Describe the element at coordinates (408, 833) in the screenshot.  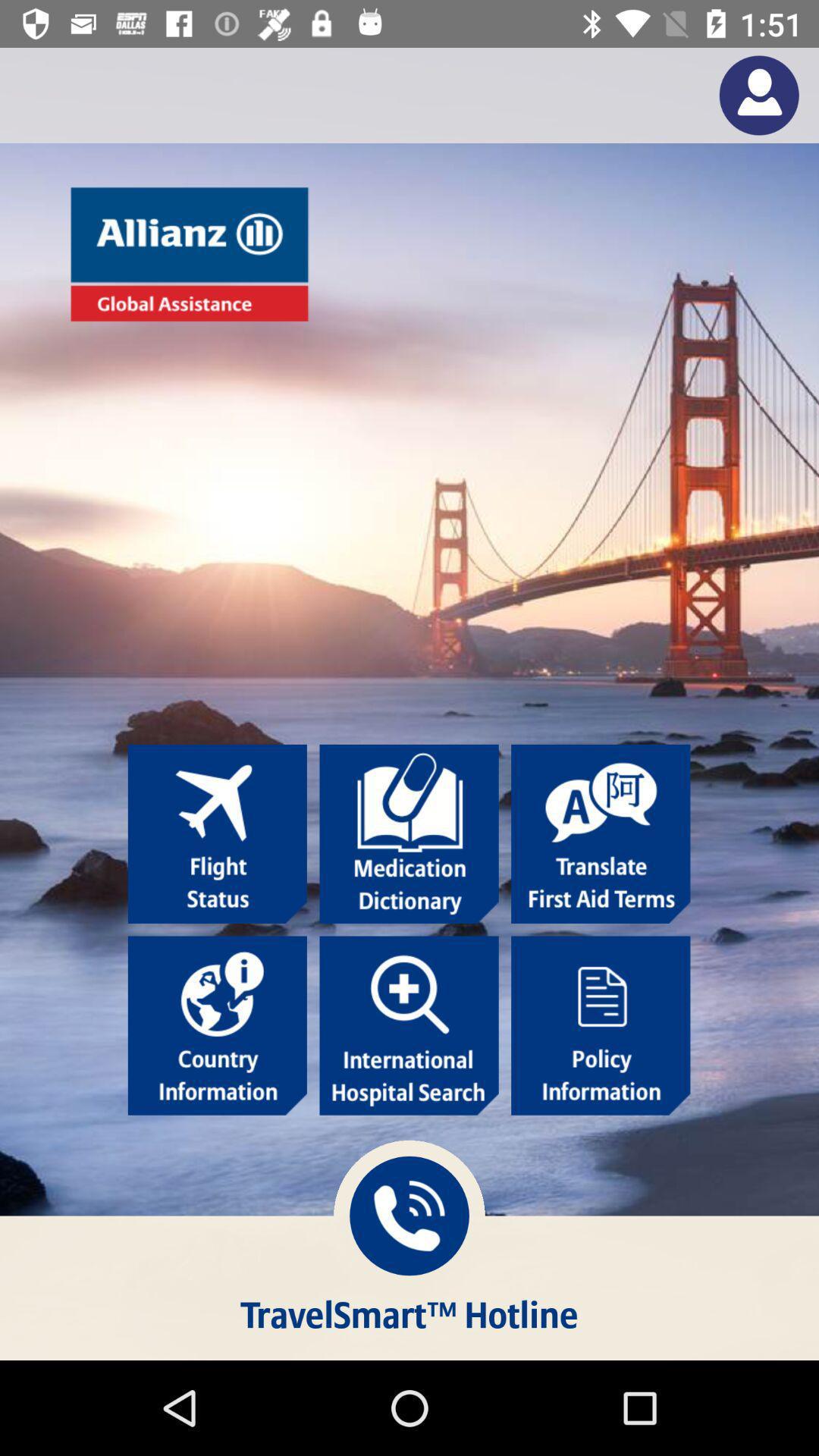
I see `medication dictionary` at that location.